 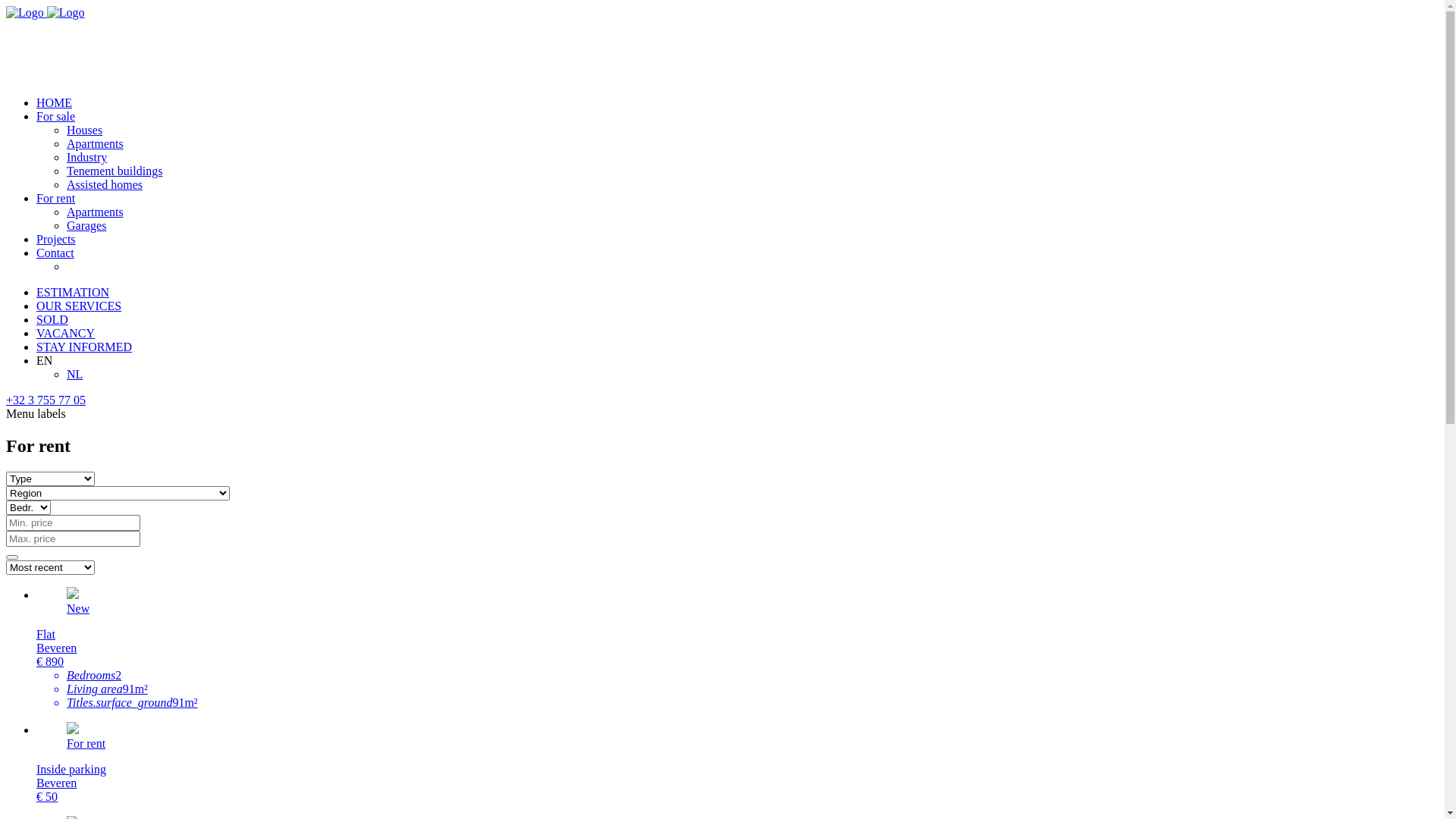 What do you see at coordinates (113, 171) in the screenshot?
I see `'Tenement buildings'` at bounding box center [113, 171].